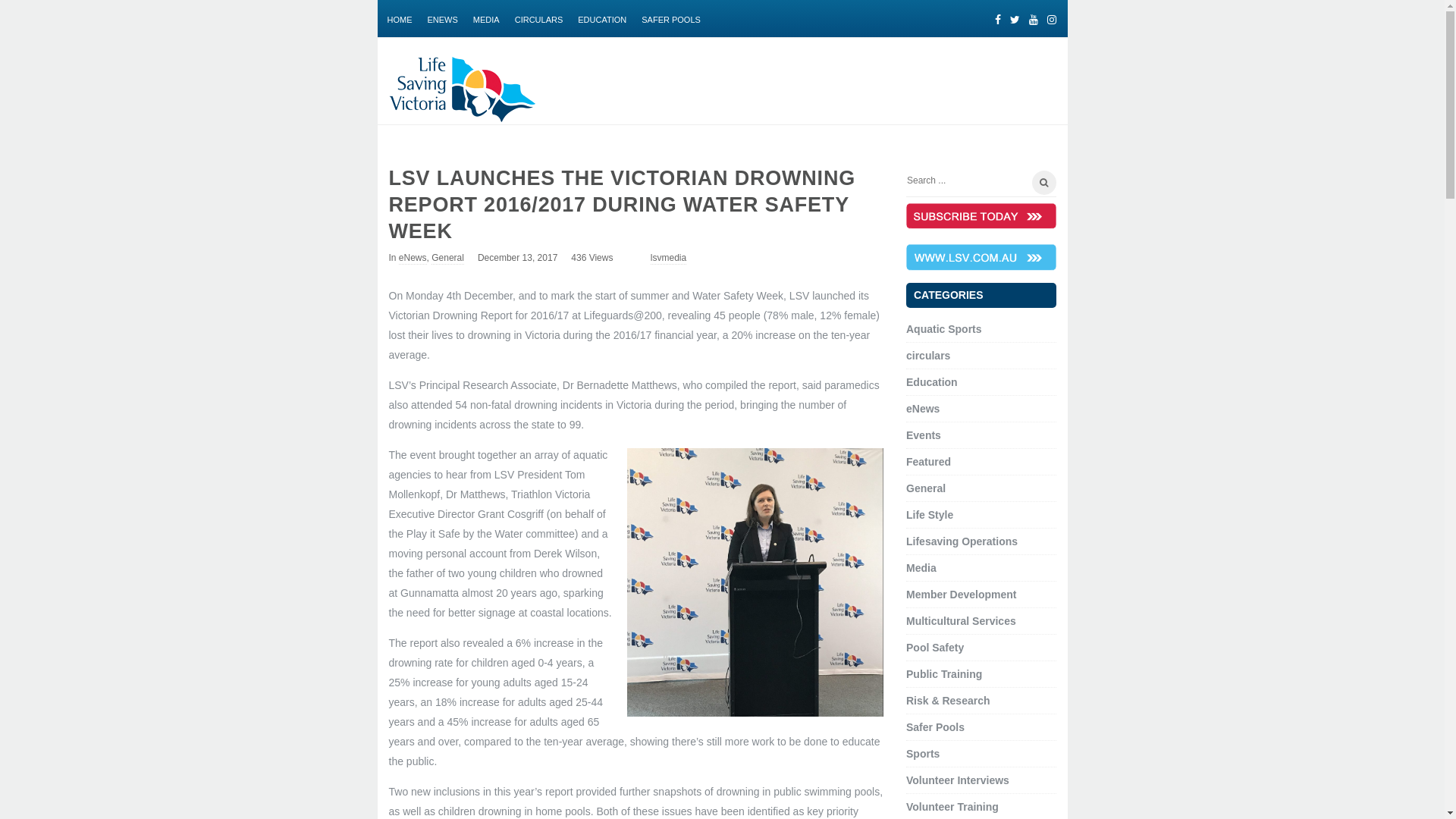  What do you see at coordinates (923, 435) in the screenshot?
I see `'Events'` at bounding box center [923, 435].